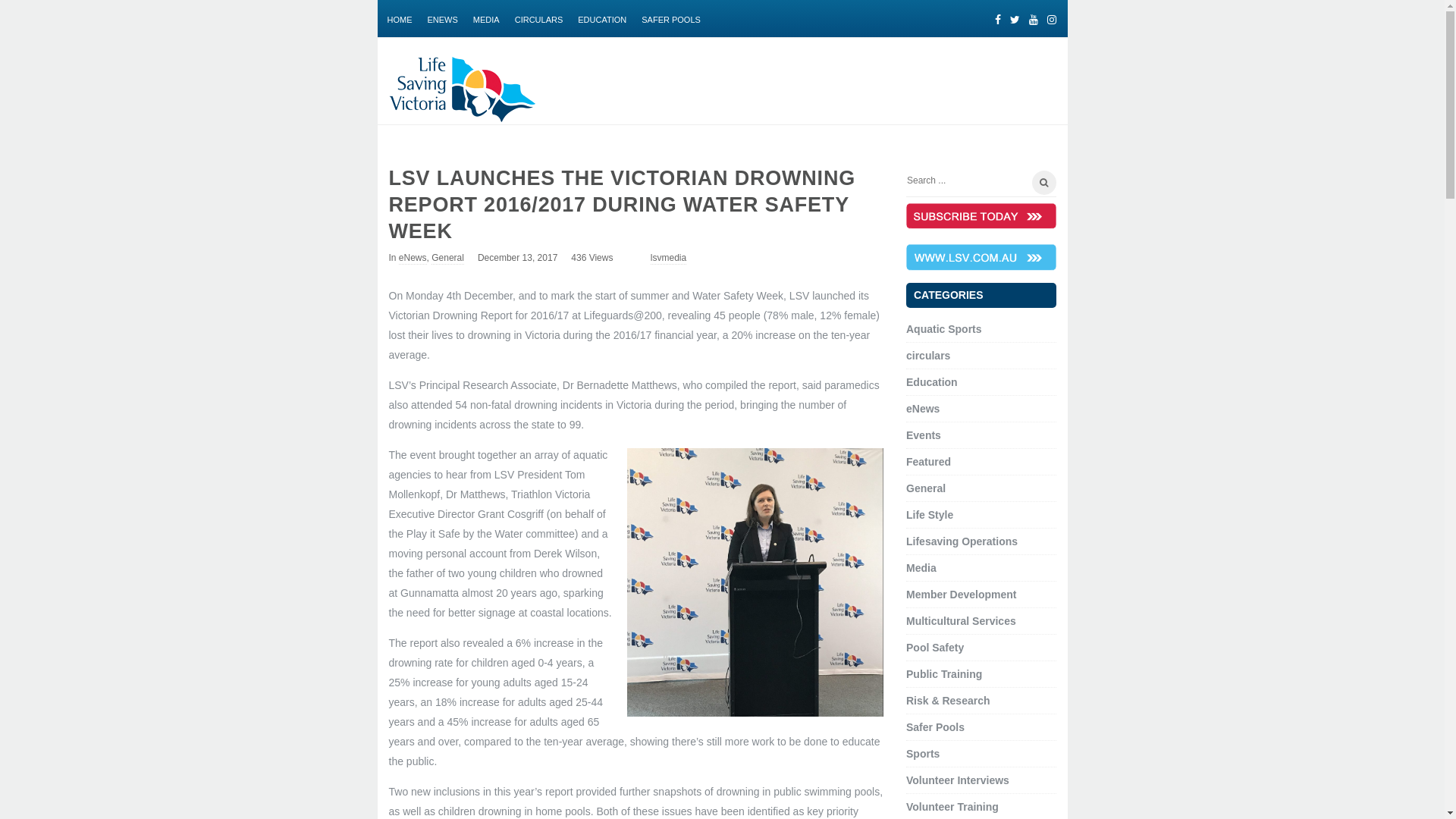  What do you see at coordinates (923, 435) in the screenshot?
I see `'Events'` at bounding box center [923, 435].